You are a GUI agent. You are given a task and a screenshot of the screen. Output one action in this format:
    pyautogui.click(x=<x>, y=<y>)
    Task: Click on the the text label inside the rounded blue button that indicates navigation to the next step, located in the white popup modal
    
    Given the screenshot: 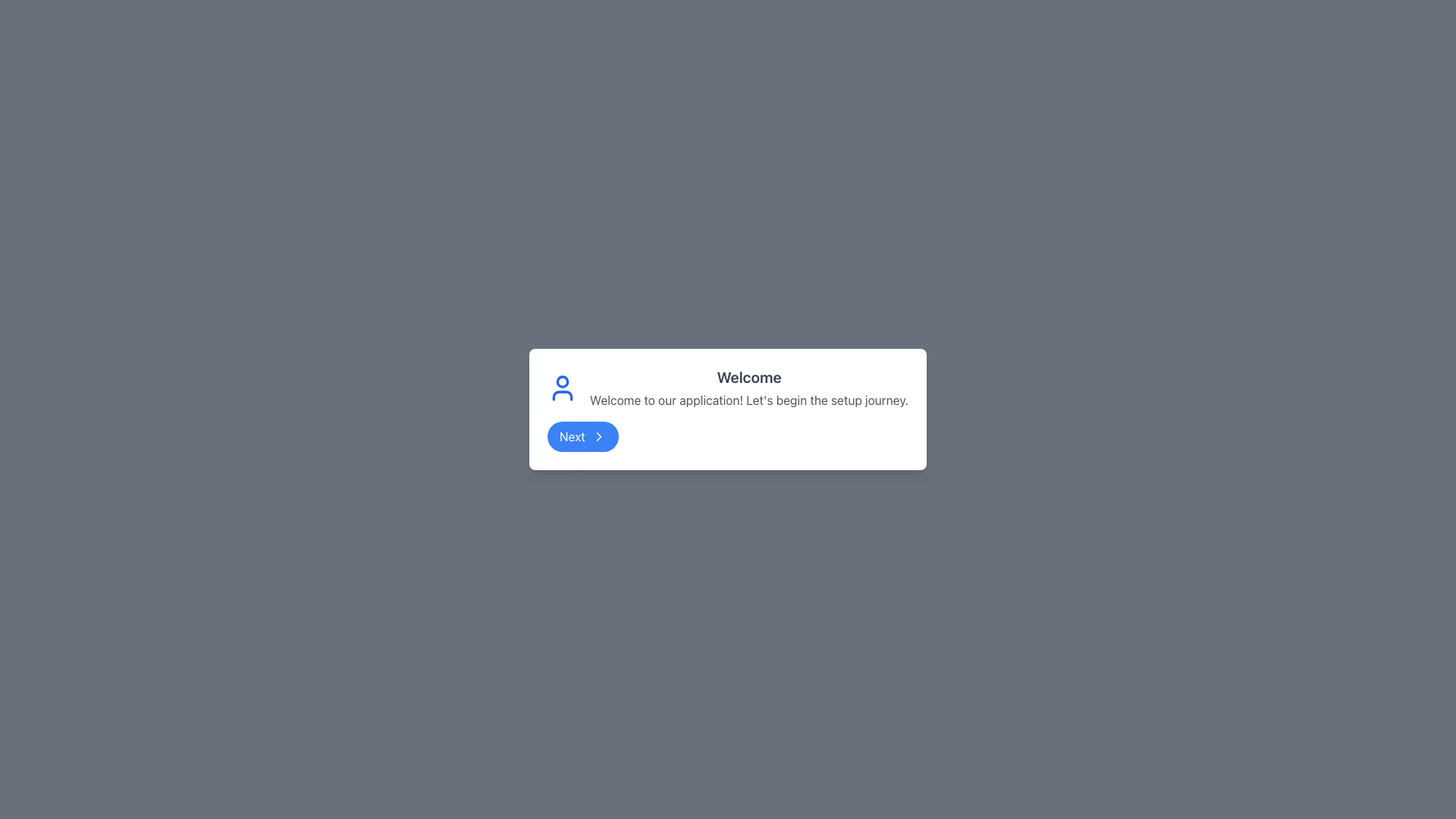 What is the action you would take?
    pyautogui.click(x=571, y=436)
    